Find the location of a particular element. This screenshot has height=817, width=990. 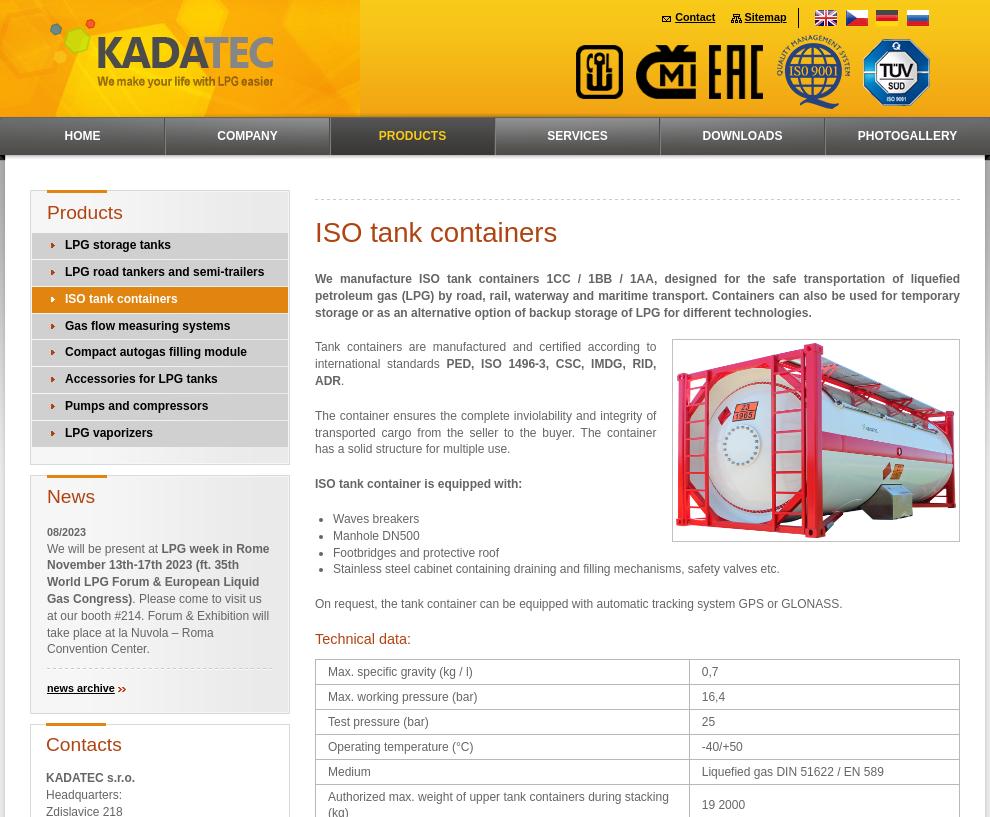

'. Please come to visit us at our booth #214. Forum & Exhibition will take place at la Nuvola – Roma Convention Center.' is located at coordinates (158, 623).